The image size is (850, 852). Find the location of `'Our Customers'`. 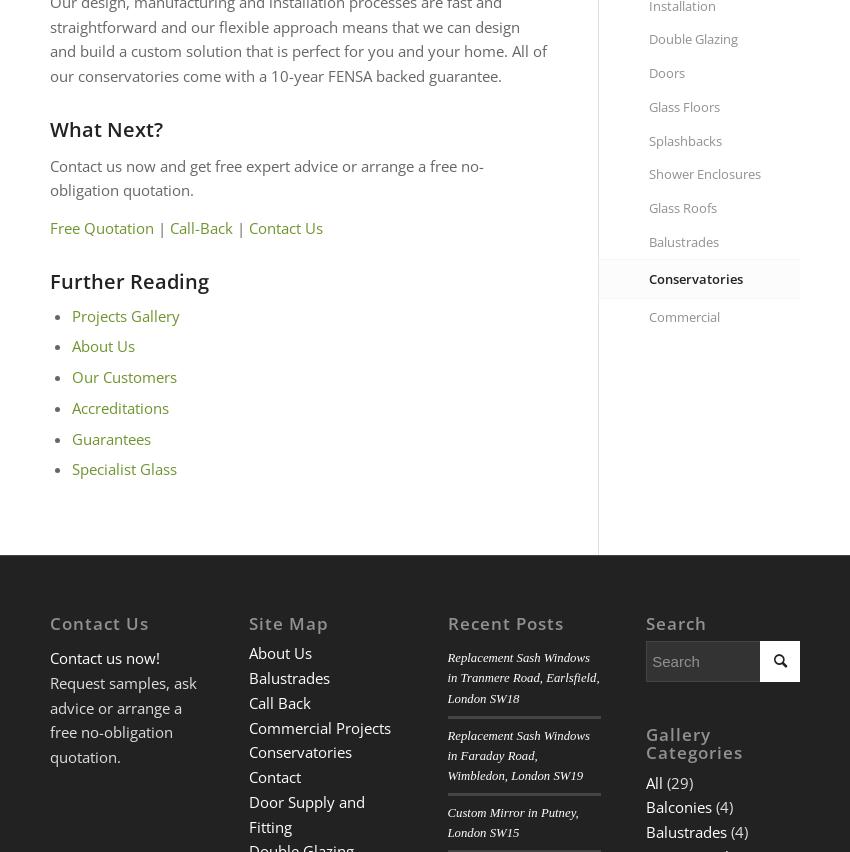

'Our Customers' is located at coordinates (123, 376).